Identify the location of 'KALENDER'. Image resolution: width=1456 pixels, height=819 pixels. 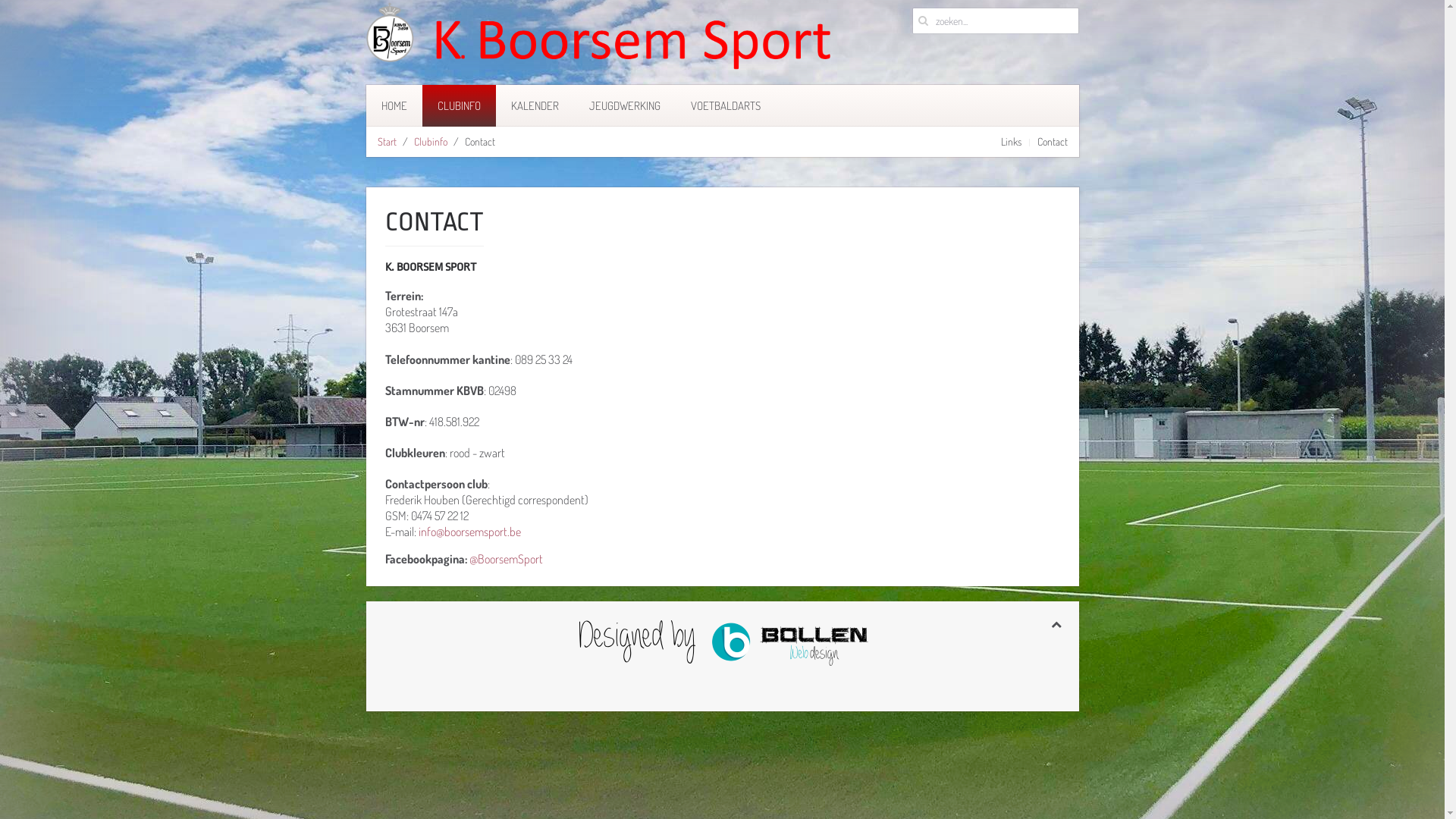
(535, 105).